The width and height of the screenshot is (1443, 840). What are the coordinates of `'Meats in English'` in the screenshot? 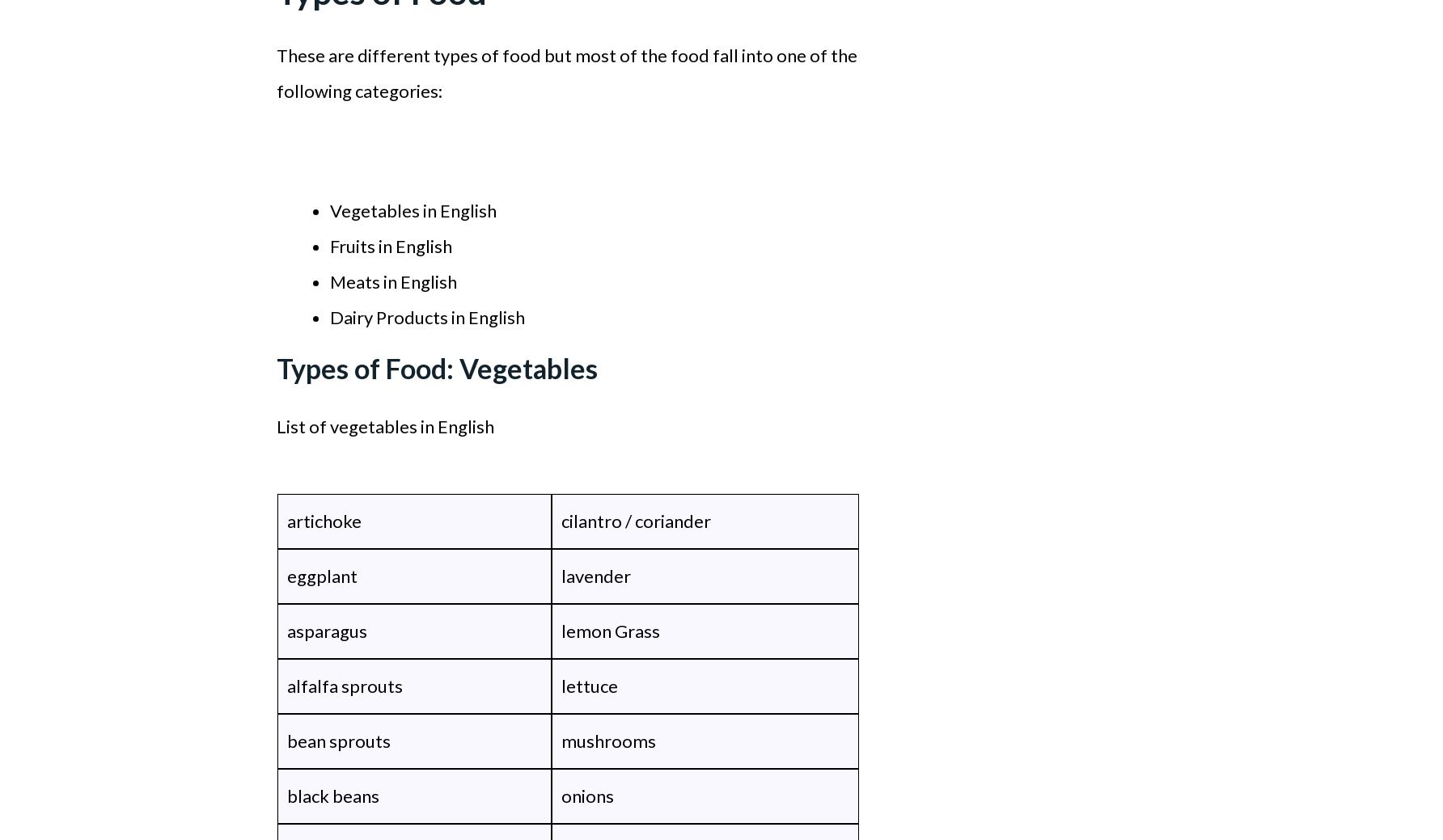 It's located at (393, 281).